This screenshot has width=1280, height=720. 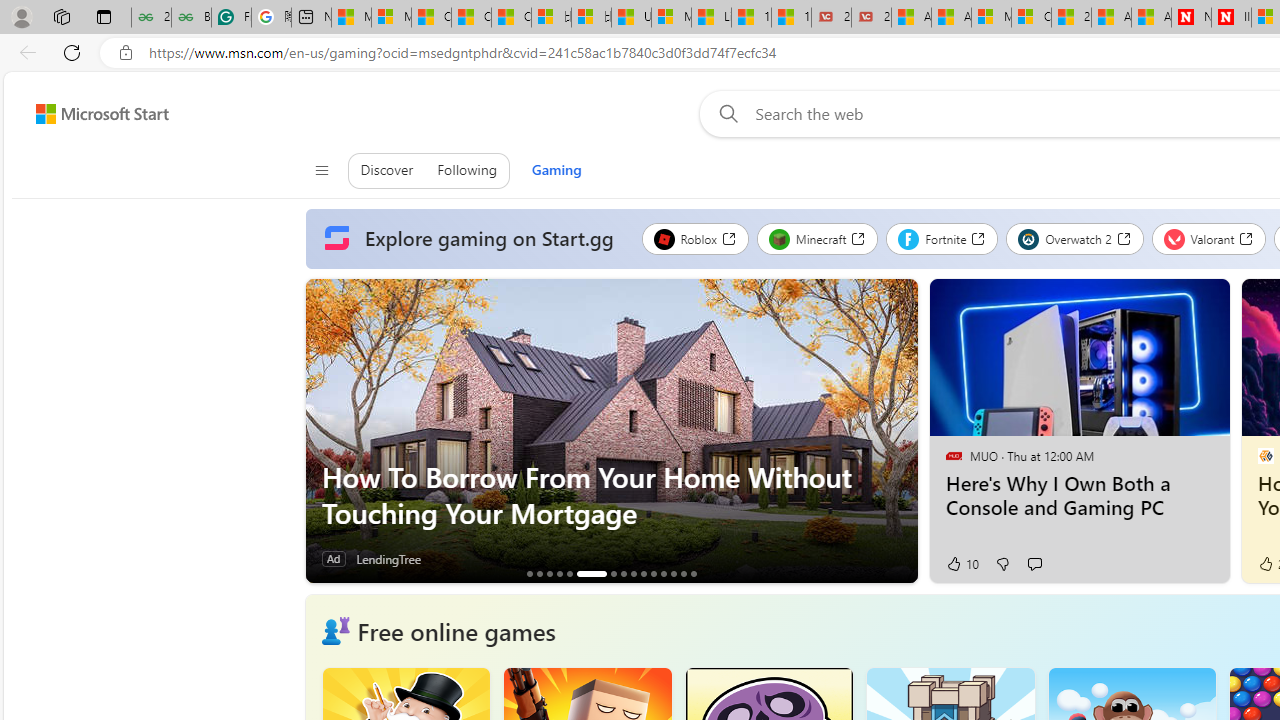 I want to click on '20 Ways to Boost Your Protein Intake at Every Meal', so click(x=1070, y=17).